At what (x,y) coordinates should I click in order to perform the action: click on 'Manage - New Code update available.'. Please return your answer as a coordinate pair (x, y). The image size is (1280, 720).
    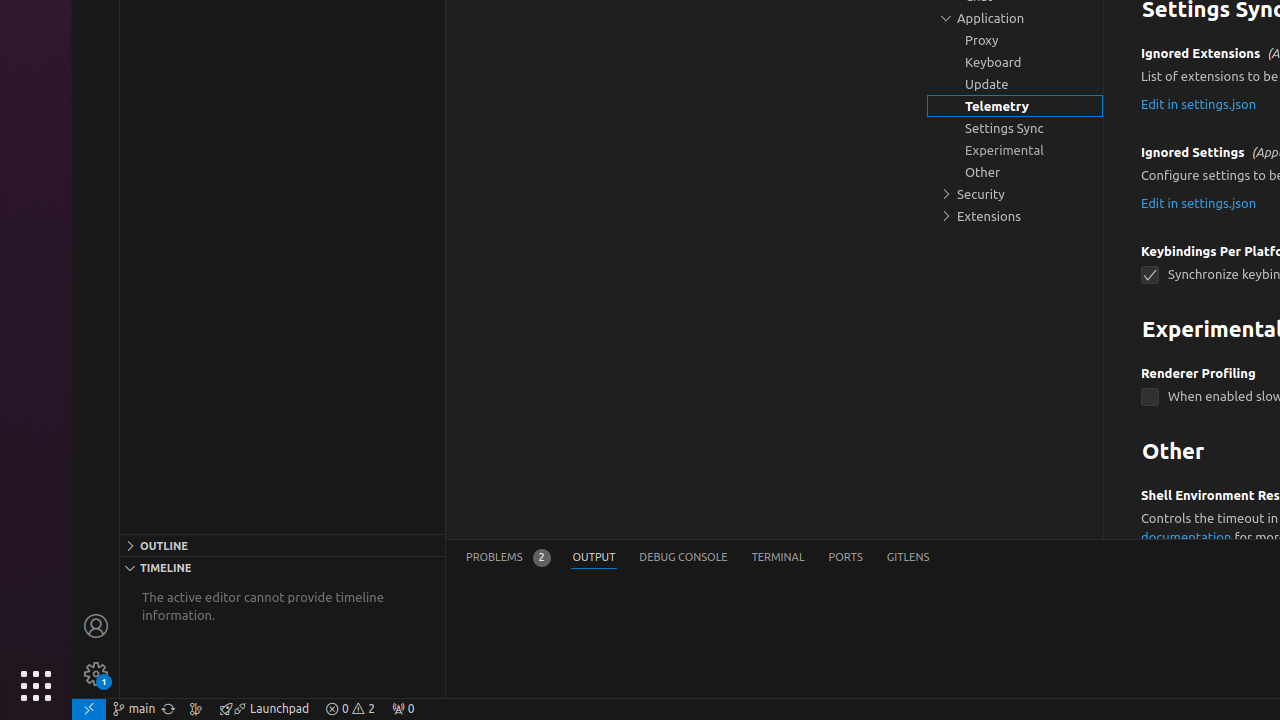
    Looking at the image, I should click on (95, 673).